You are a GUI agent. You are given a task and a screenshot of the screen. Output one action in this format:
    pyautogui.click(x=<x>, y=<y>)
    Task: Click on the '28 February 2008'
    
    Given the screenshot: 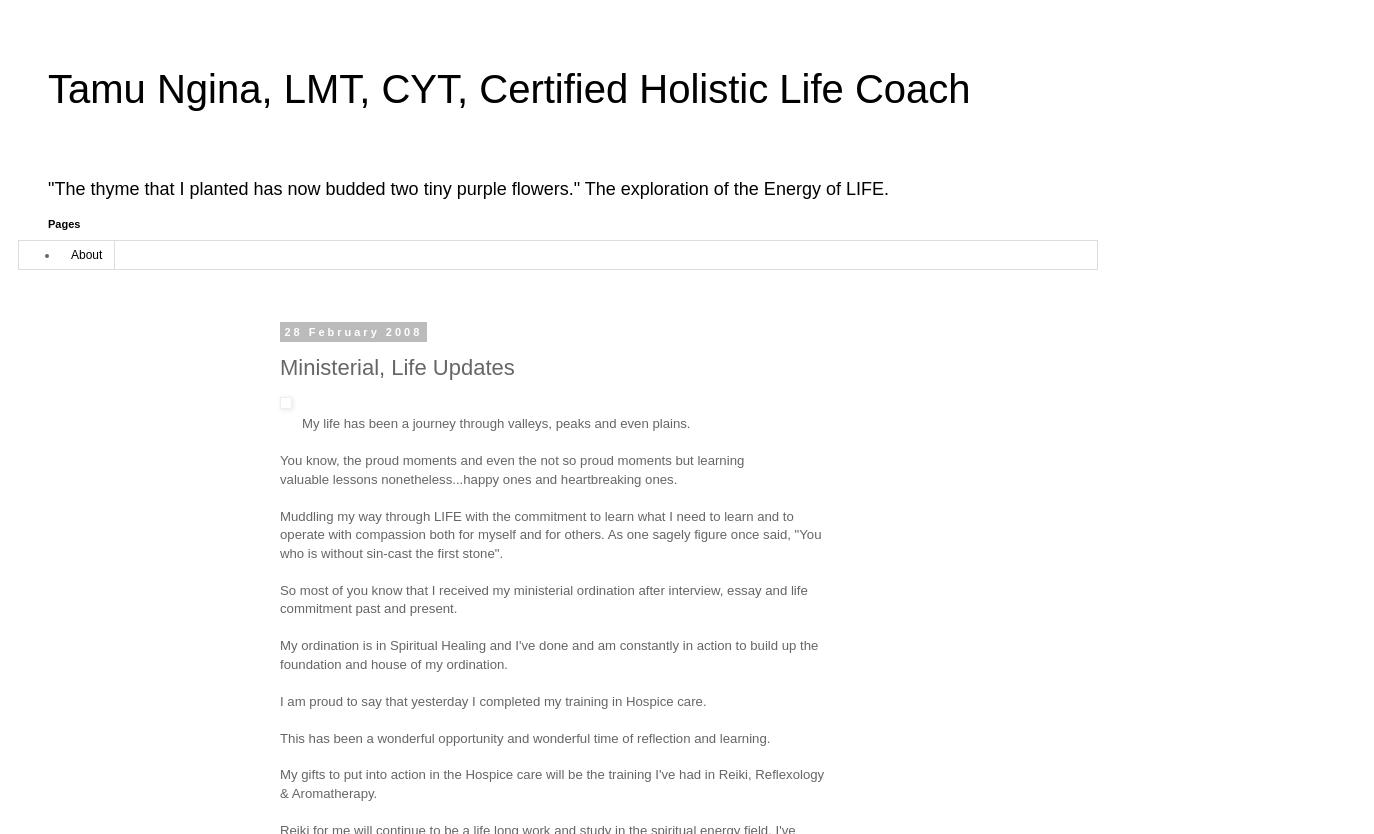 What is the action you would take?
    pyautogui.click(x=283, y=332)
    